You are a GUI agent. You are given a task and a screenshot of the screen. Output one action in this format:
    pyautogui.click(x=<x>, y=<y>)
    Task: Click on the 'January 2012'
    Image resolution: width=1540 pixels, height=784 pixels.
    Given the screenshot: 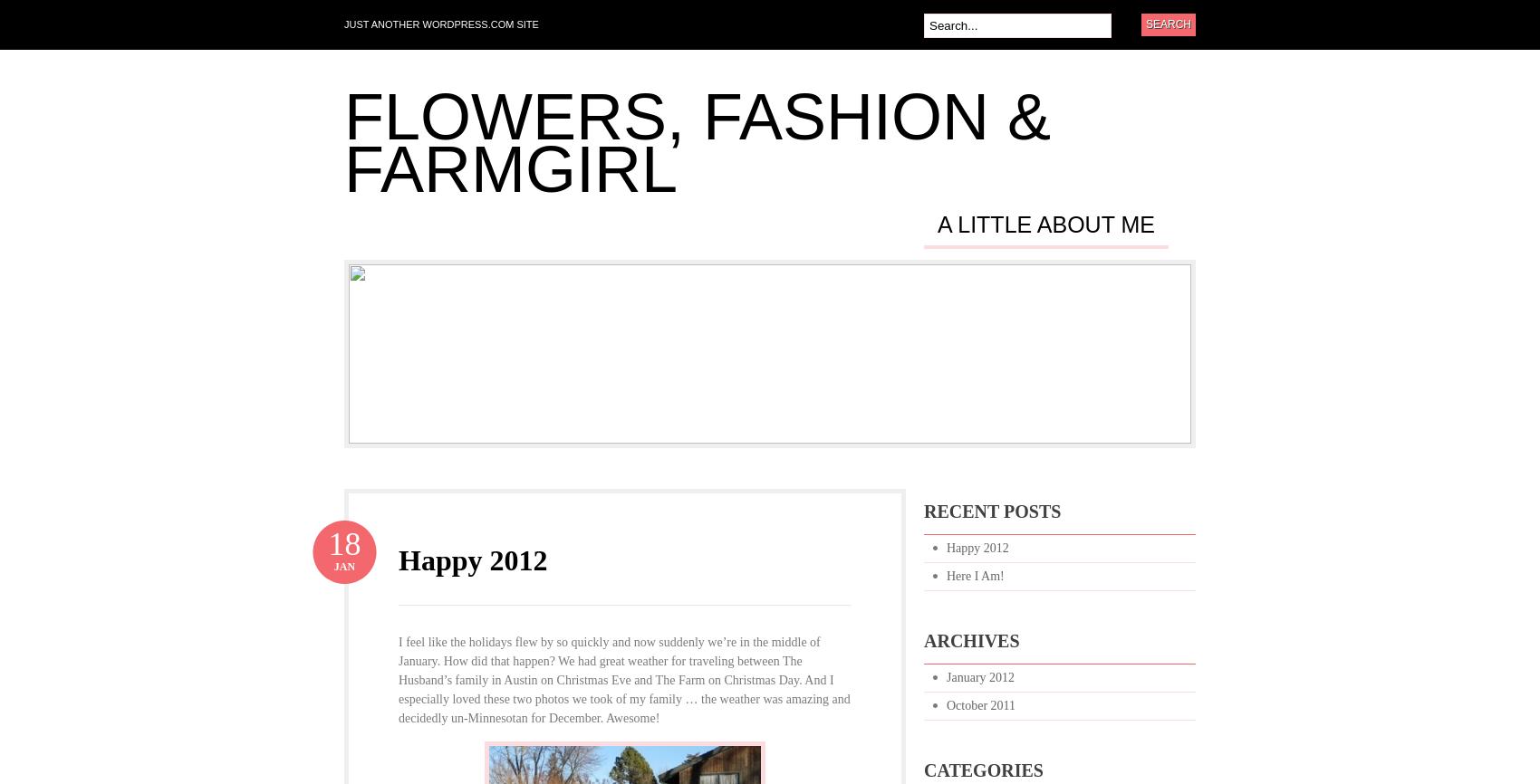 What is the action you would take?
    pyautogui.click(x=980, y=676)
    